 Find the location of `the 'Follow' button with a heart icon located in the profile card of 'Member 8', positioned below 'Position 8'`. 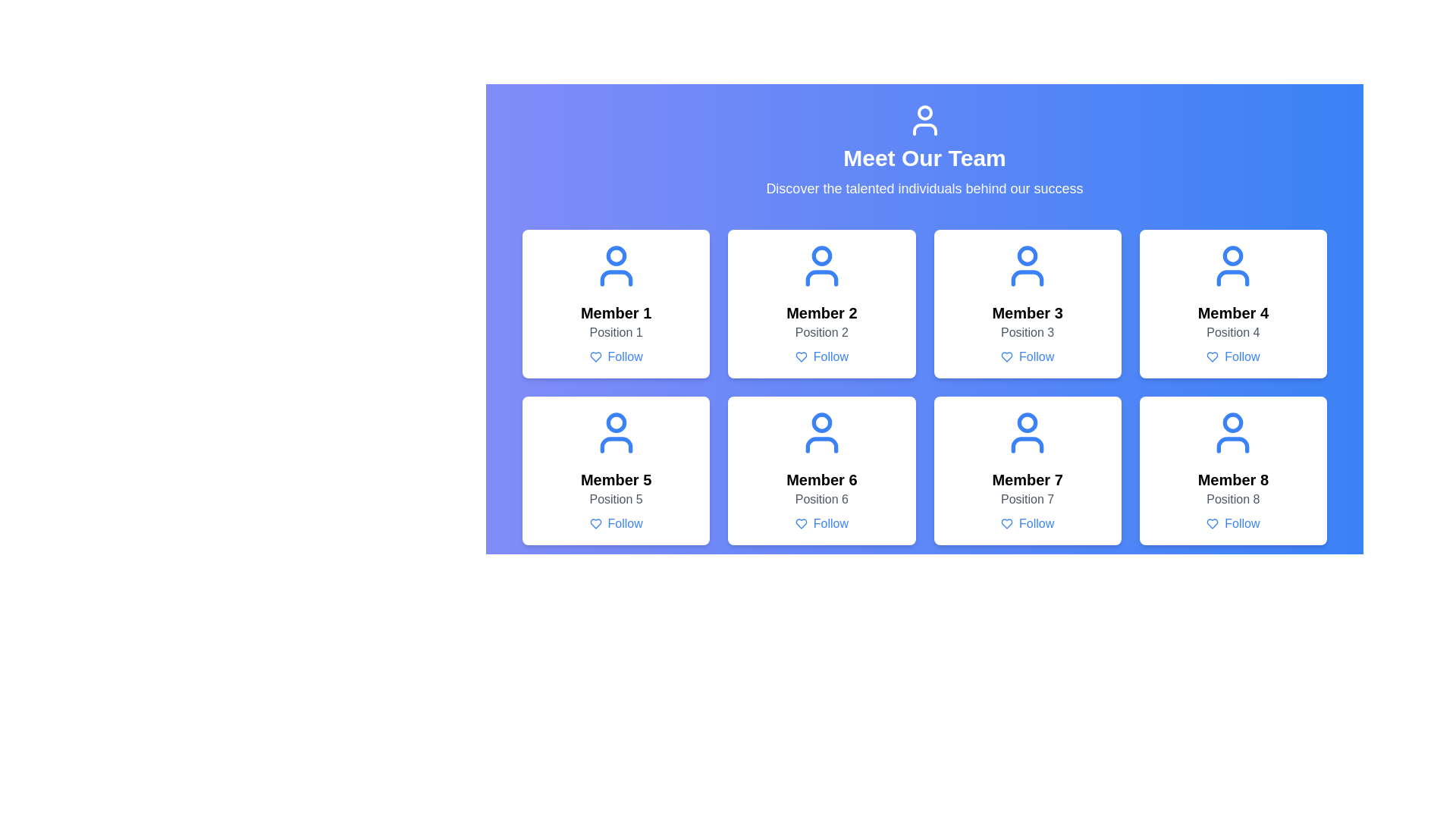

the 'Follow' button with a heart icon located in the profile card of 'Member 8', positioned below 'Position 8' is located at coordinates (1233, 522).